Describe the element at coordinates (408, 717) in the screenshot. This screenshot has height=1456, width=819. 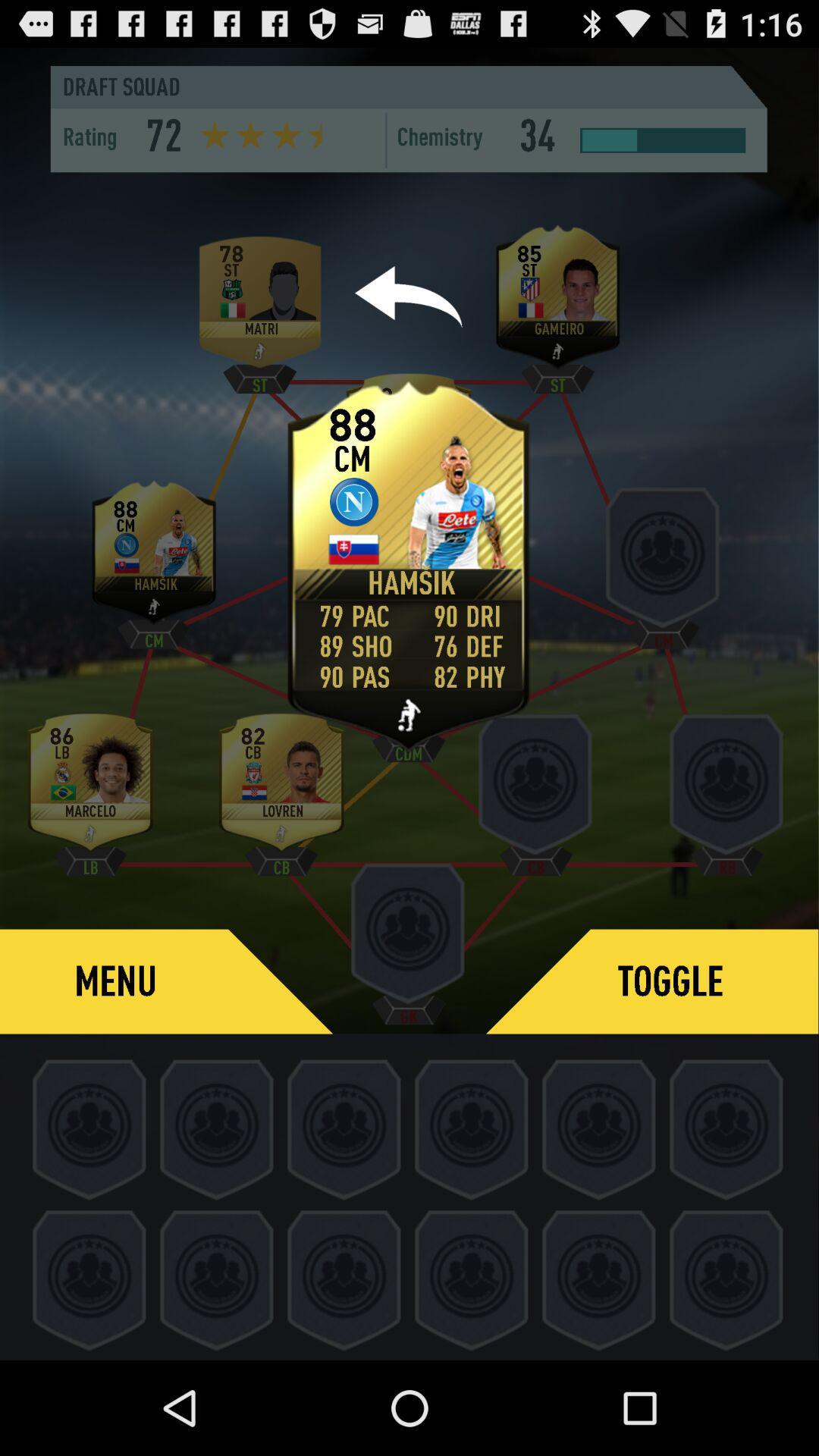
I see `the play icon` at that location.